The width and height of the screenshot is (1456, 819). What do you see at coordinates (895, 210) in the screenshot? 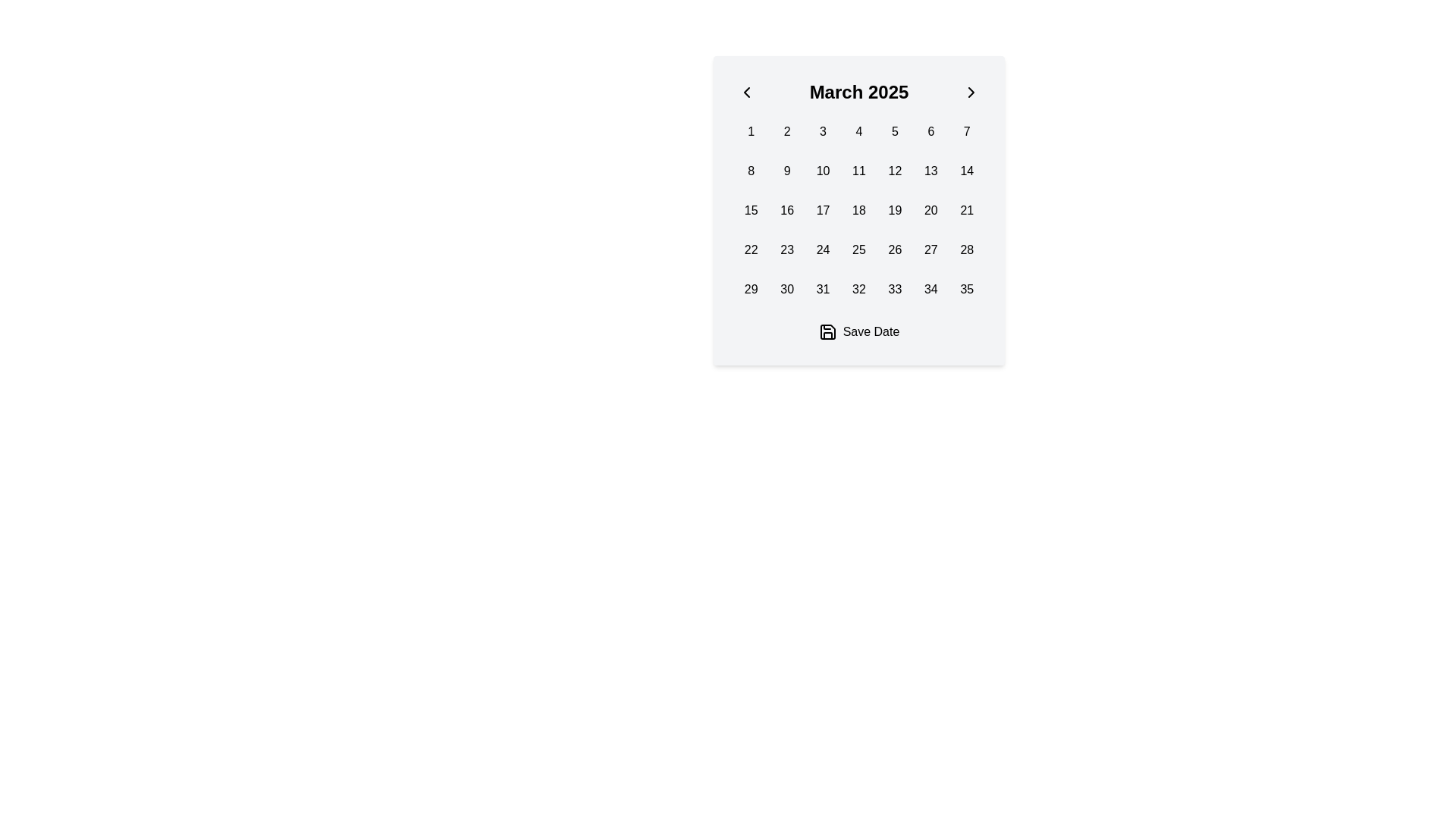
I see `the square button labeled '19', which is the fifth button from the left on the third row of the calendar grid` at bounding box center [895, 210].